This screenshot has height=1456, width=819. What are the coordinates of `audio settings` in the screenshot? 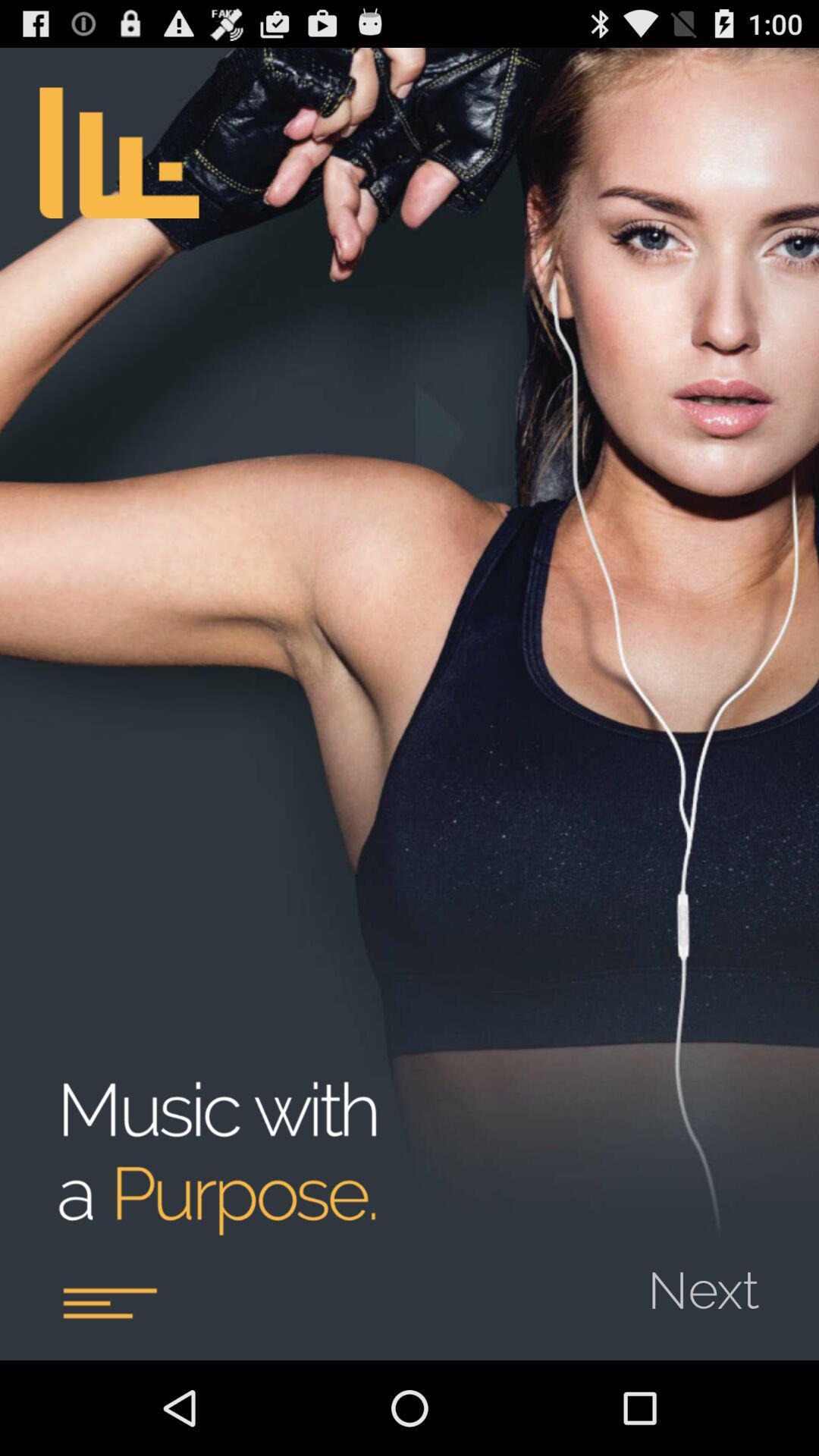 It's located at (108, 1302).